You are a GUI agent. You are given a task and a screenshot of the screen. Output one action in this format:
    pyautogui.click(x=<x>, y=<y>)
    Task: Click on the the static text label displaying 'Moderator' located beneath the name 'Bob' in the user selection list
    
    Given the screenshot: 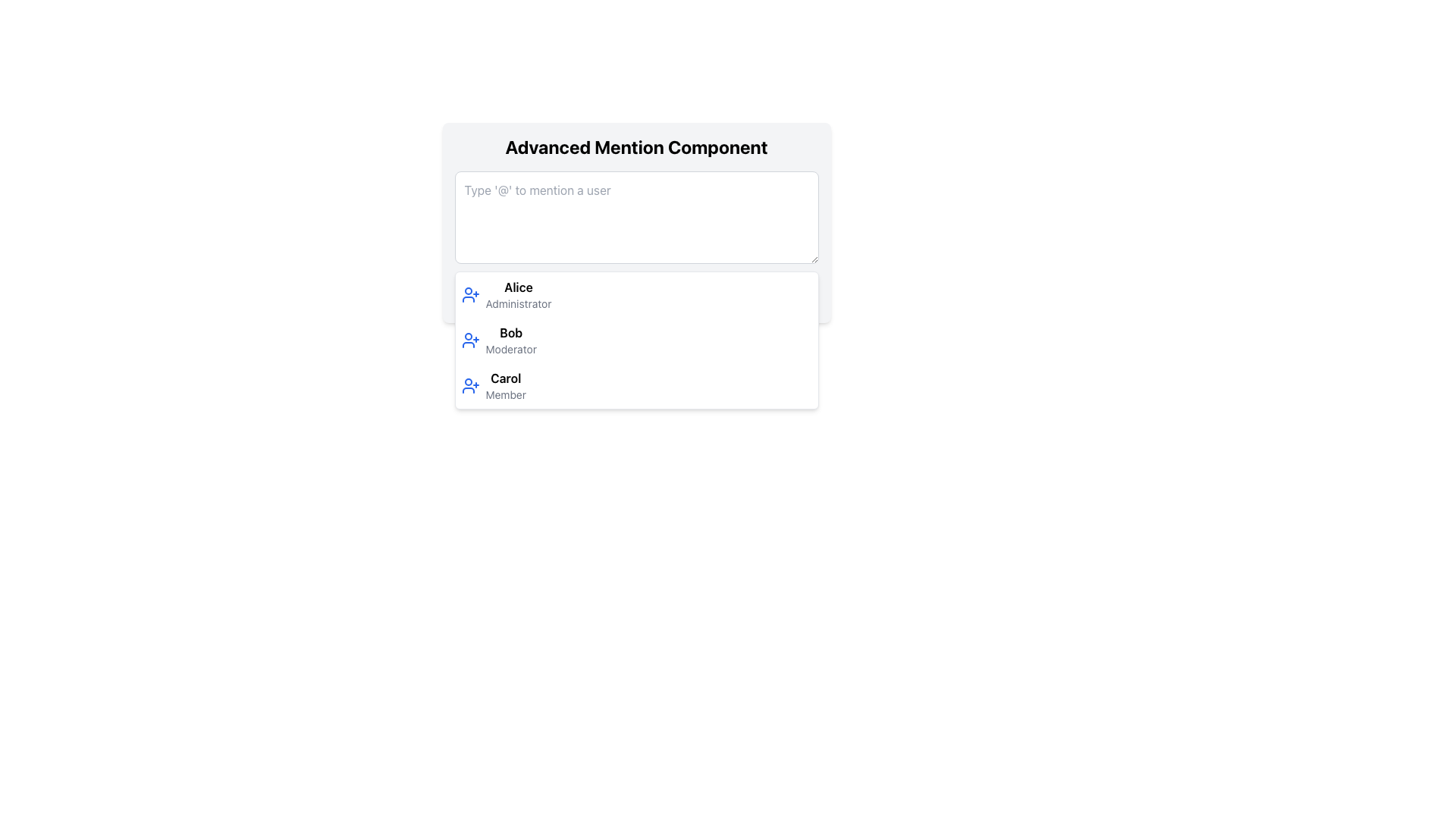 What is the action you would take?
    pyautogui.click(x=511, y=350)
    